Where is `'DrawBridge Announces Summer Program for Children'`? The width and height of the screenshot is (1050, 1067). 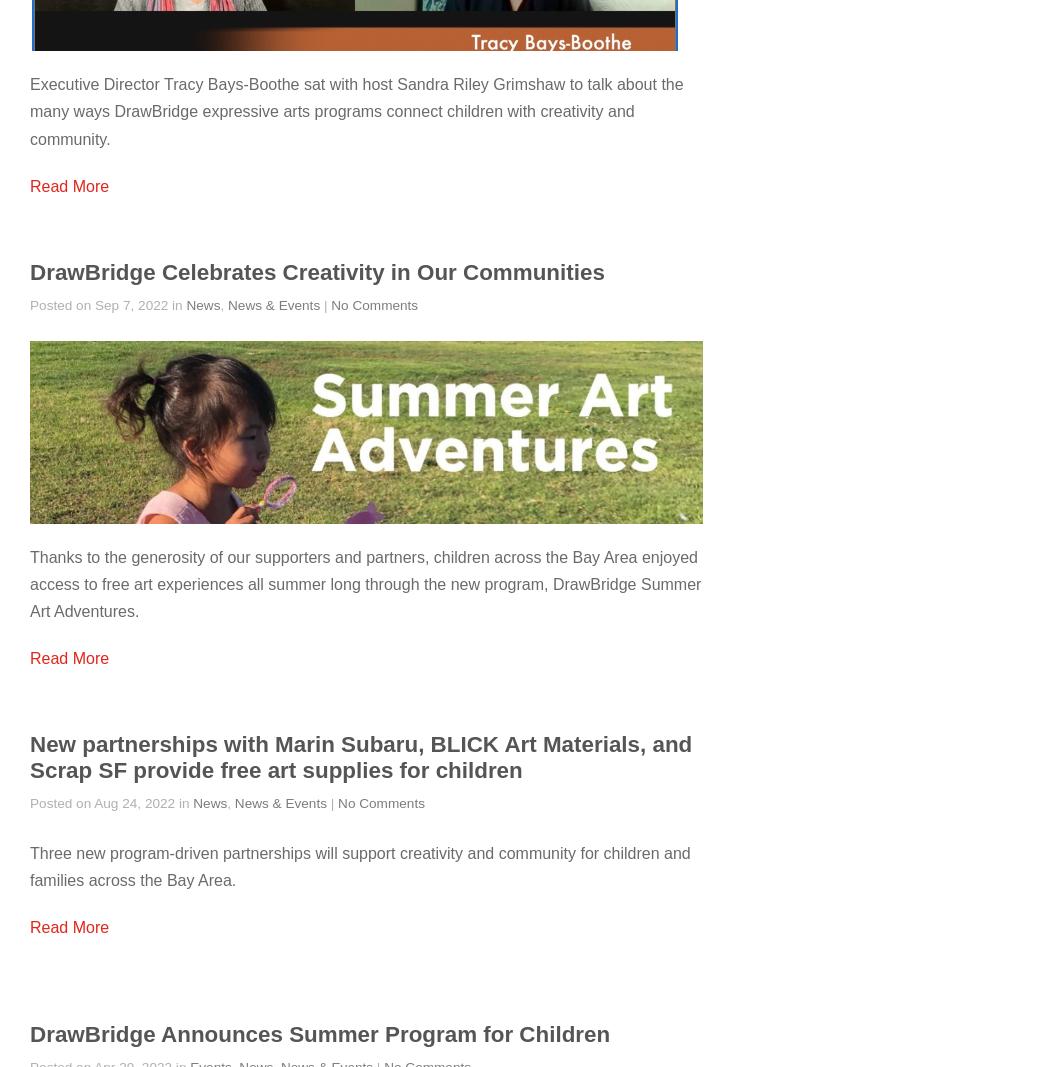
'DrawBridge Announces Summer Program for Children' is located at coordinates (320, 1034).